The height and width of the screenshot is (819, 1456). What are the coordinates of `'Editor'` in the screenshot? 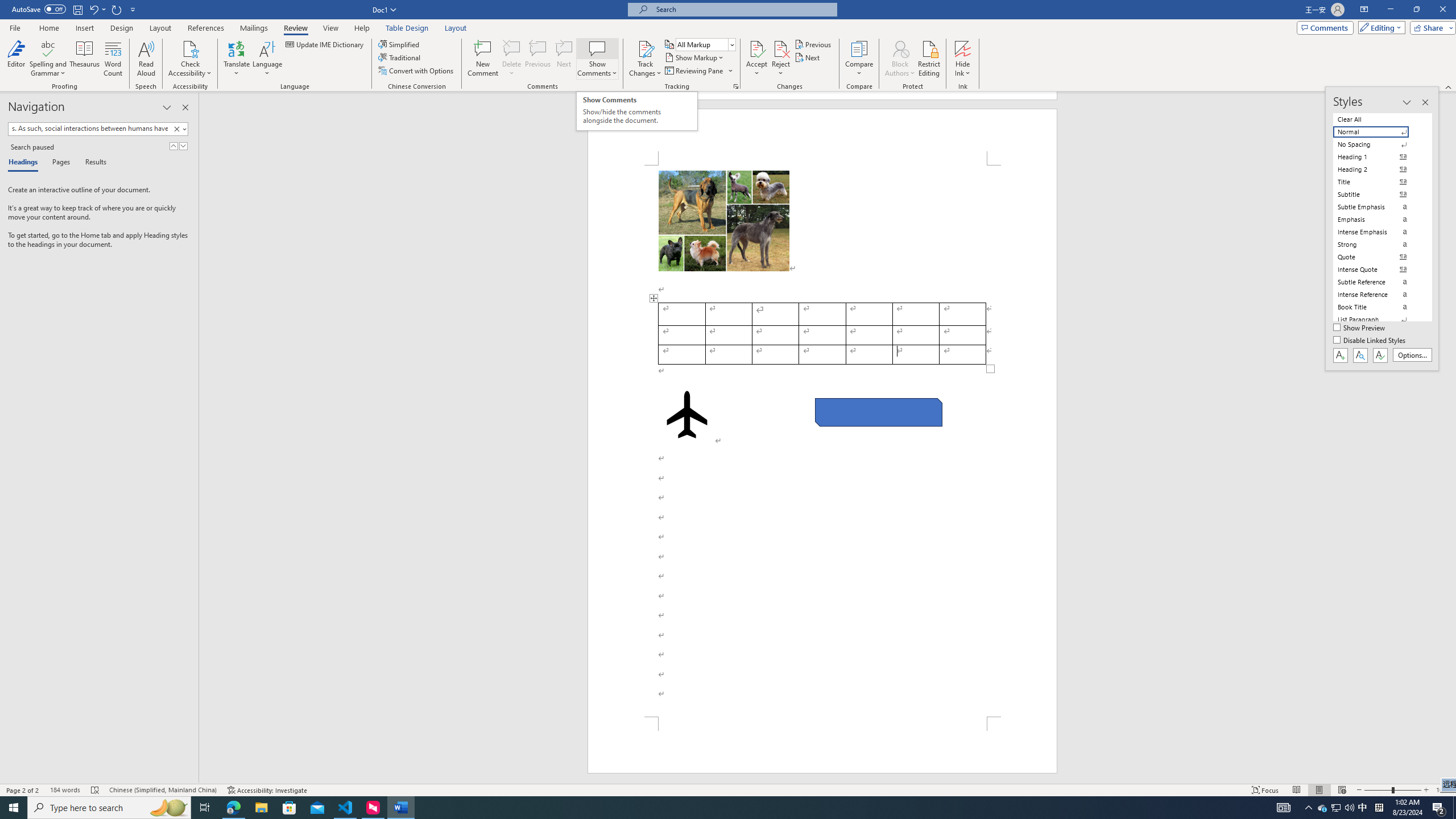 It's located at (16, 59).